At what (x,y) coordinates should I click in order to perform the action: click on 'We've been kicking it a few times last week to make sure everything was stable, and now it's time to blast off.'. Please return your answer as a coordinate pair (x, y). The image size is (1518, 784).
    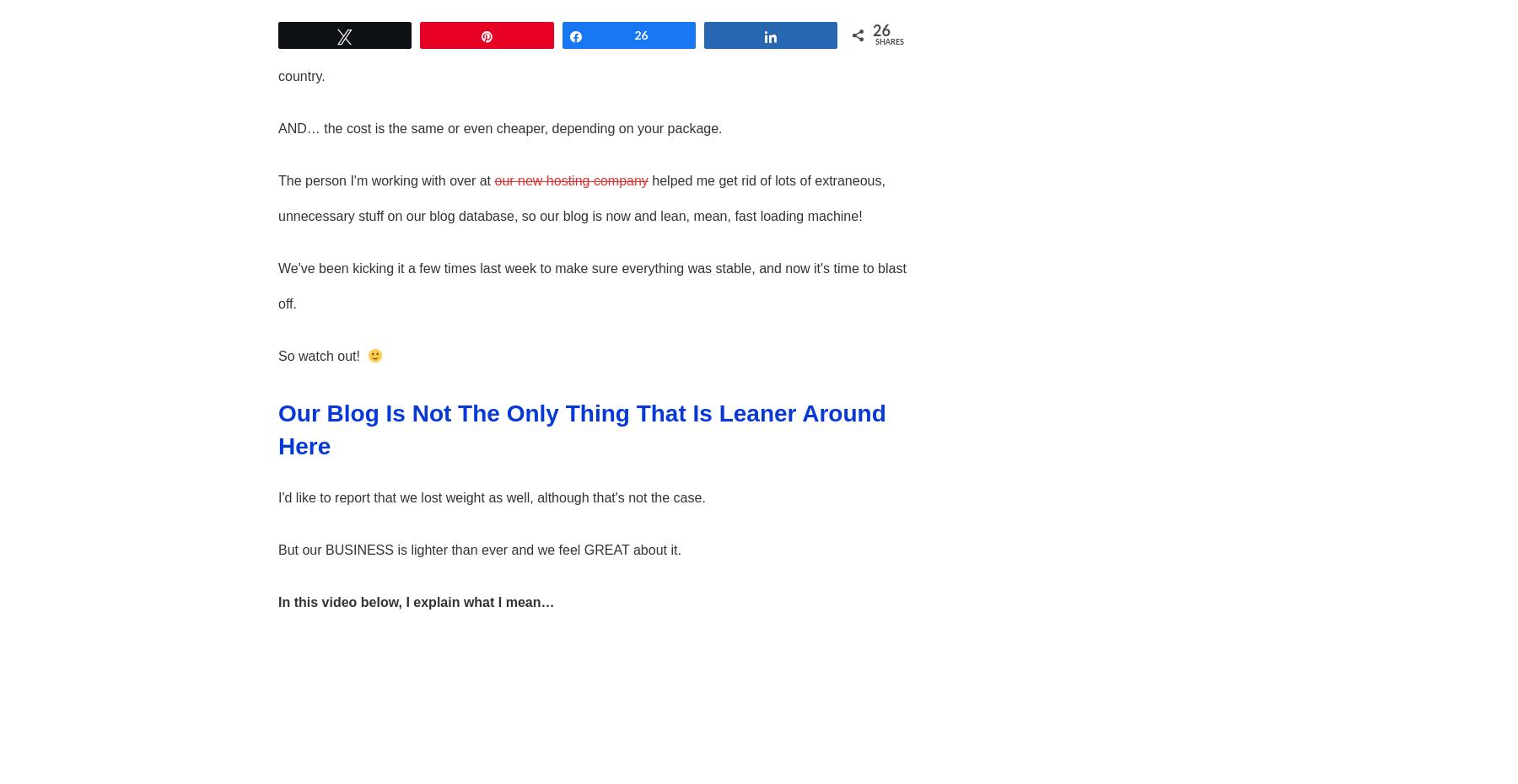
    Looking at the image, I should click on (591, 285).